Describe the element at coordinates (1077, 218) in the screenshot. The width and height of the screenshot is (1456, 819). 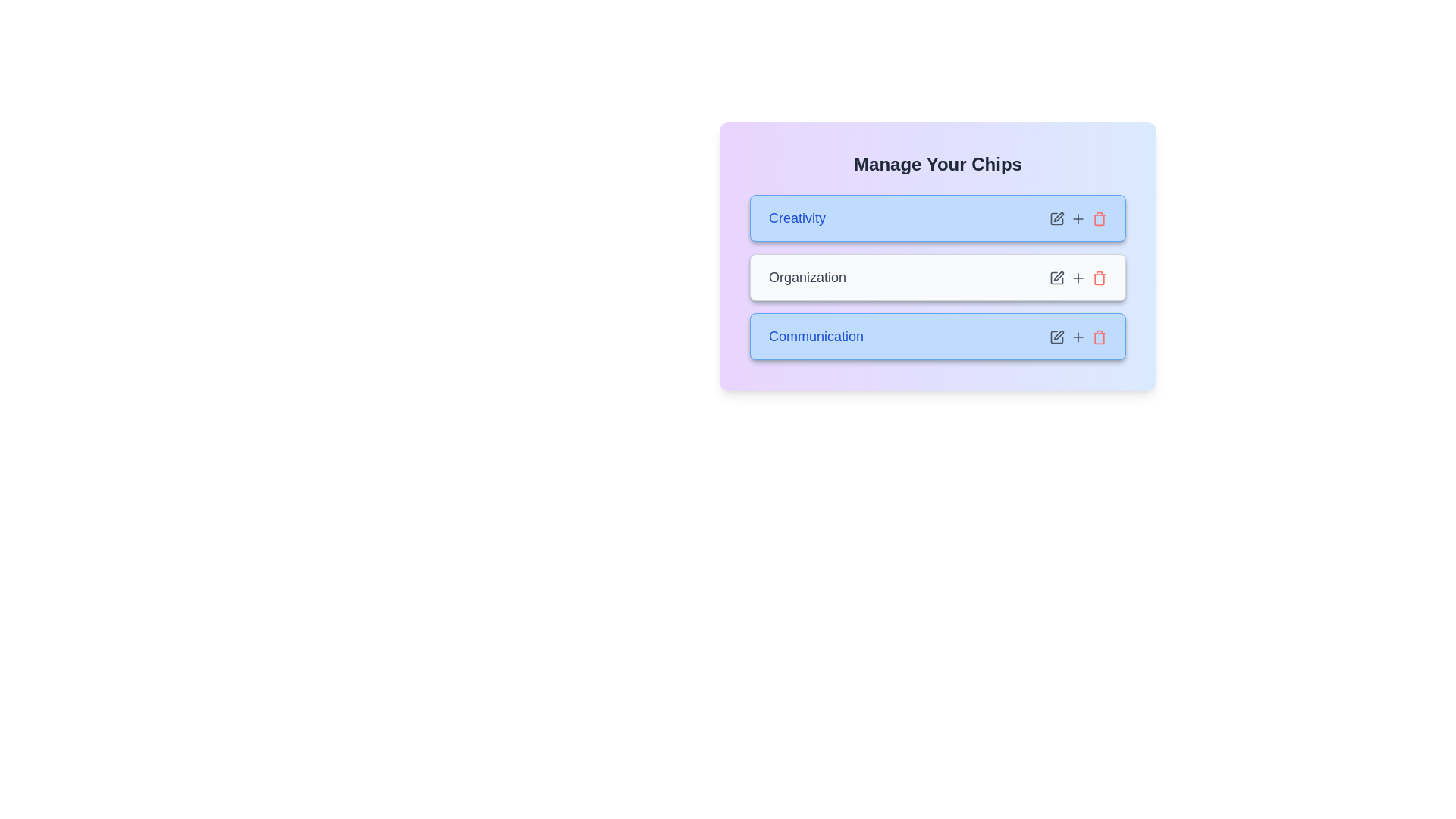
I see `add icon for the chip labeled 'Creativity'` at that location.